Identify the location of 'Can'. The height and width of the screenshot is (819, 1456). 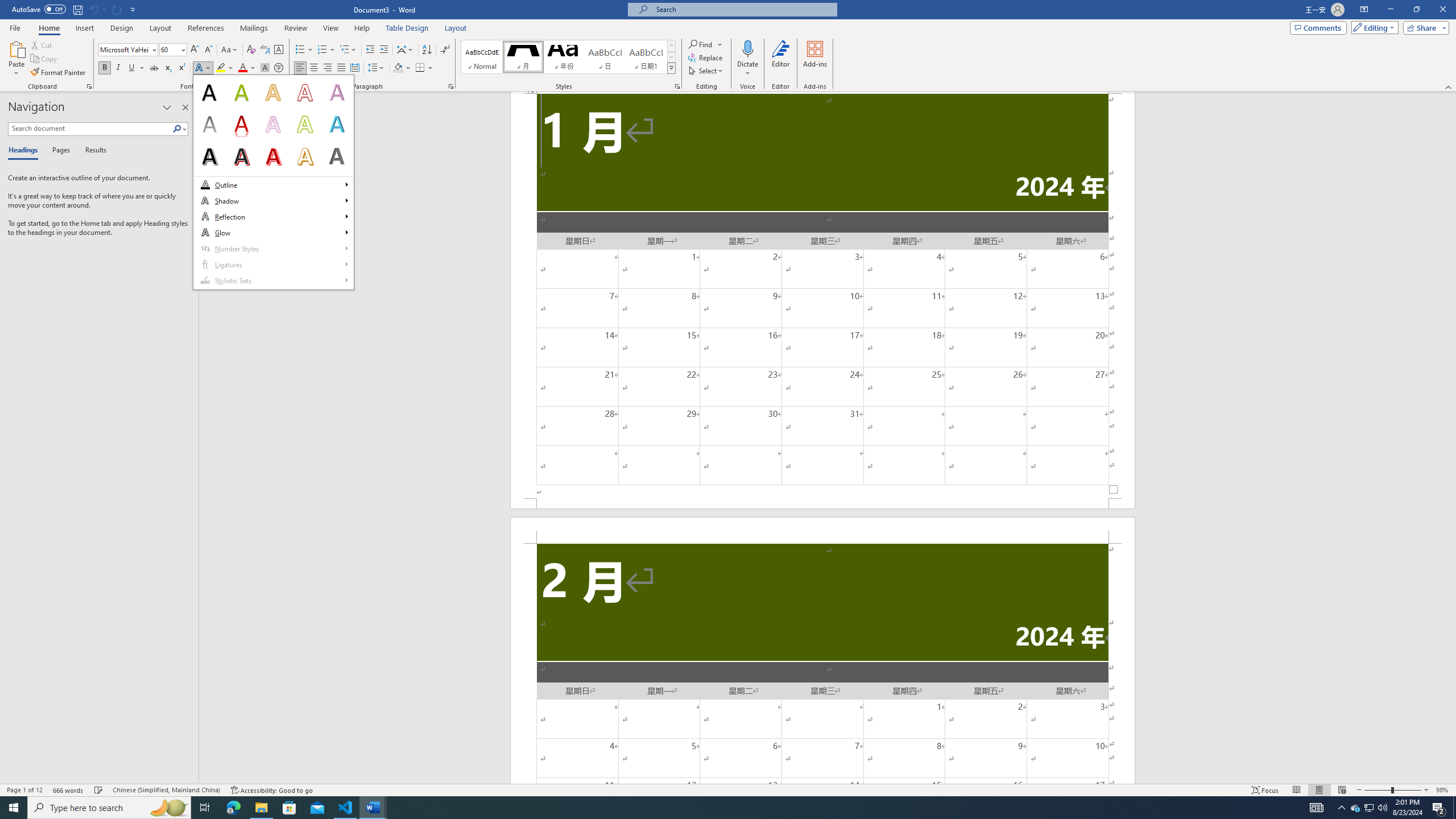
(93, 9).